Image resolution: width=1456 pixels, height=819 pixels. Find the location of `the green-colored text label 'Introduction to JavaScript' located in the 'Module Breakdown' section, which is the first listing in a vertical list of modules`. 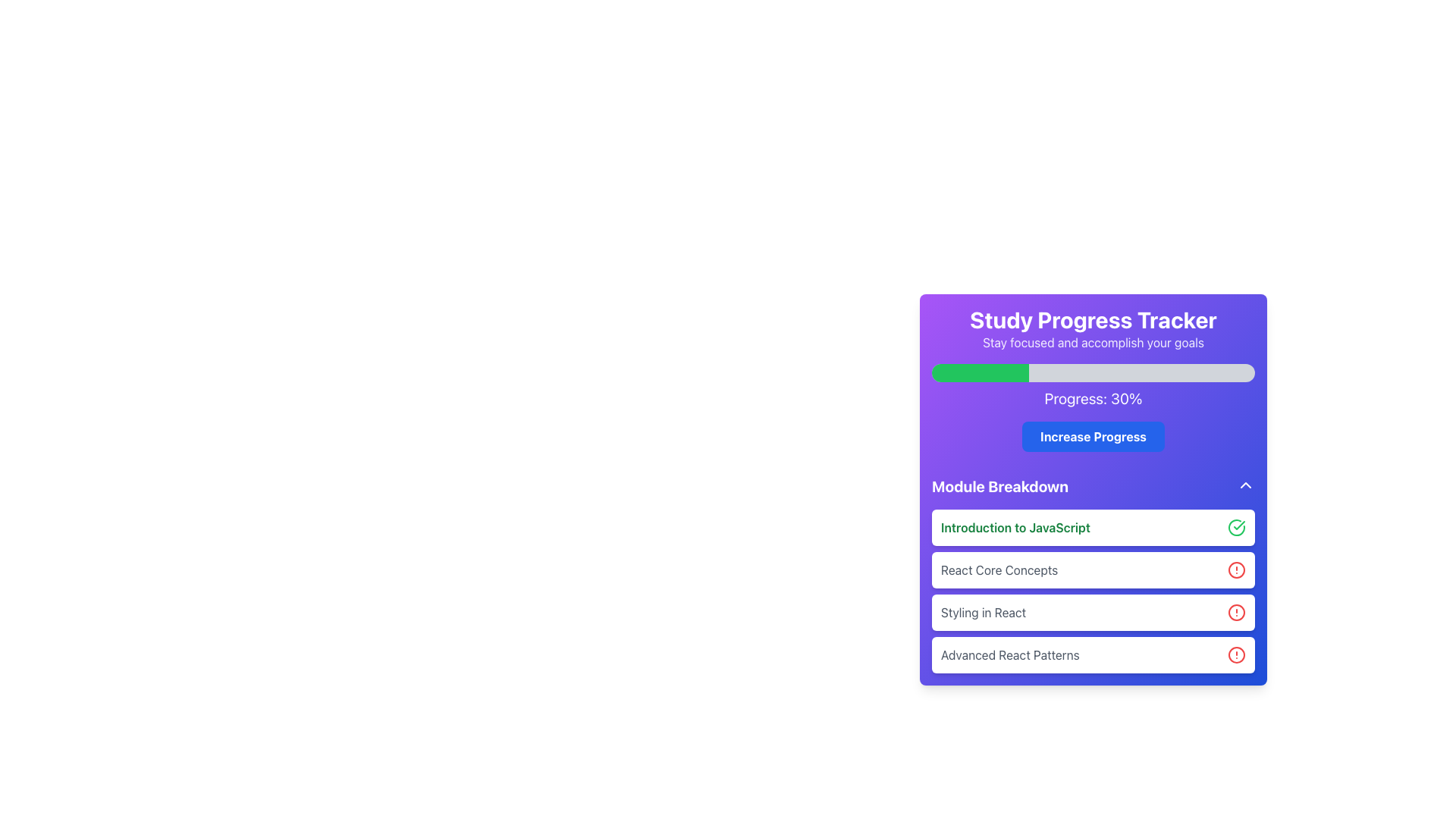

the green-colored text label 'Introduction to JavaScript' located in the 'Module Breakdown' section, which is the first listing in a vertical list of modules is located at coordinates (1015, 526).